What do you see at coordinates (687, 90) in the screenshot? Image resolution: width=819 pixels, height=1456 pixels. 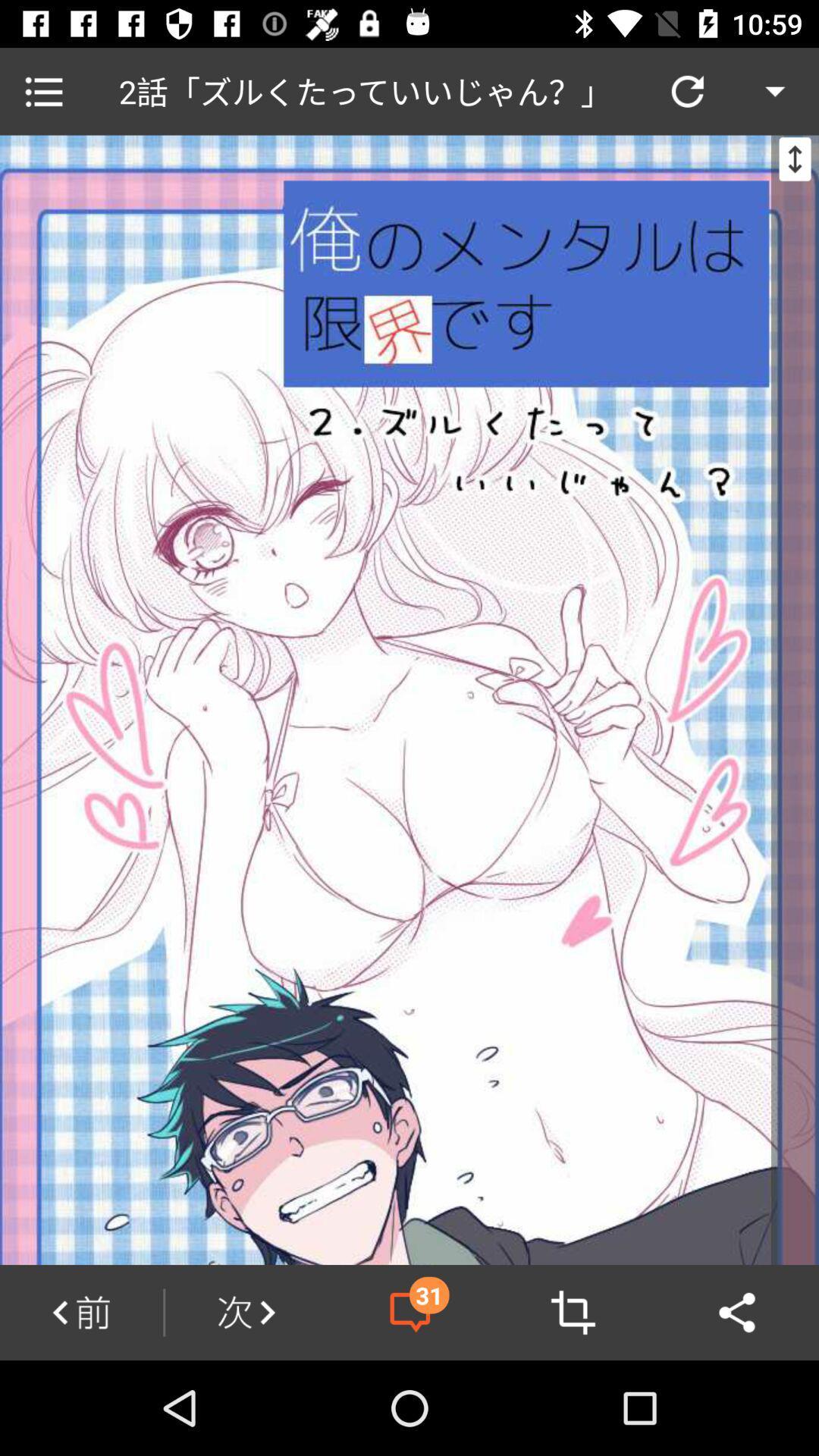 I see `the refresh icon` at bounding box center [687, 90].